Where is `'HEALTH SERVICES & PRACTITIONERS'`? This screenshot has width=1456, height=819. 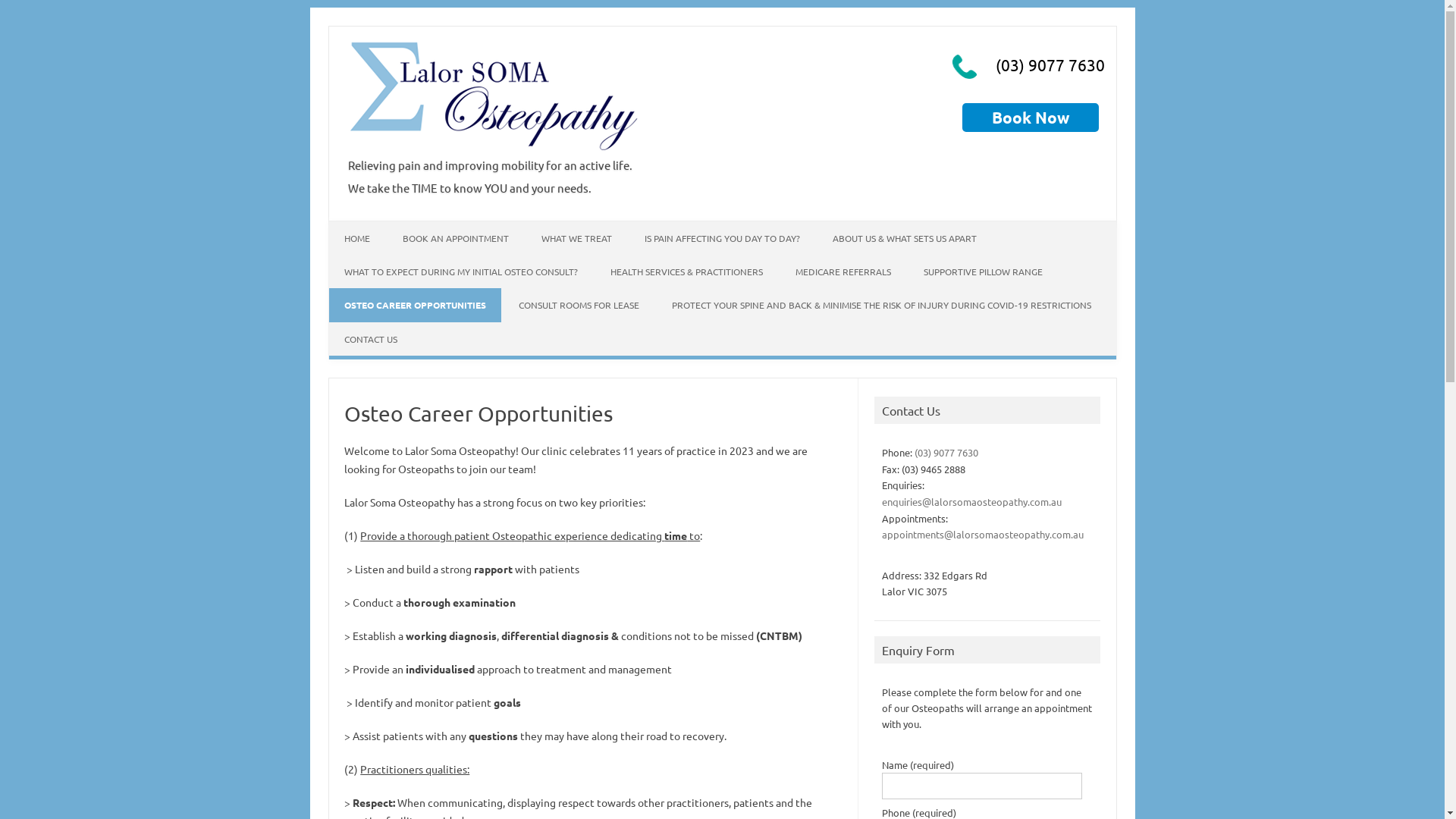
'HEALTH SERVICES & PRACTITIONERS' is located at coordinates (593, 271).